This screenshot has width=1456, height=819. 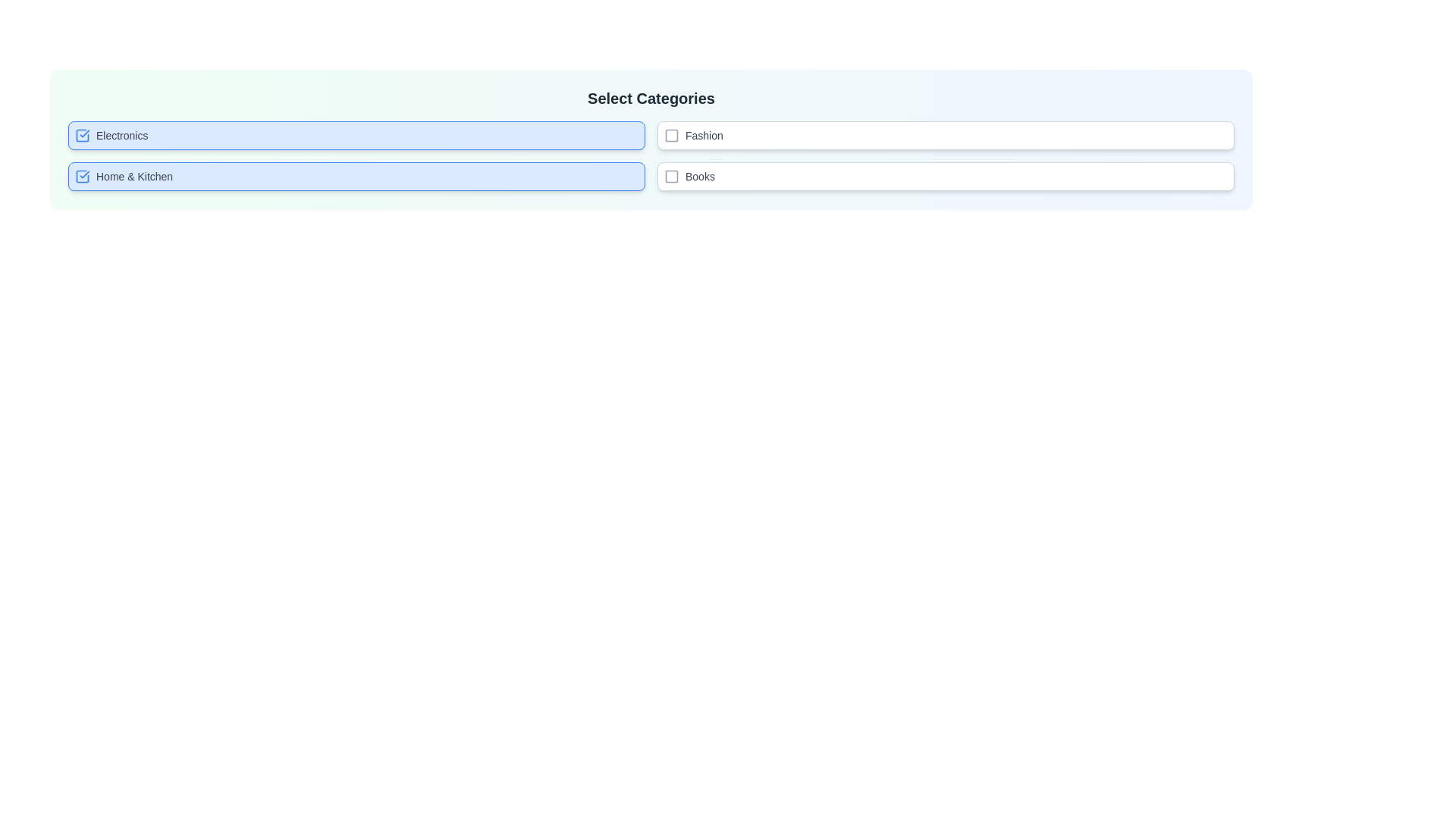 I want to click on the 'Electronics' category button, the leftmost button in the upper row of the category options grid, to trigger hover effects, so click(x=356, y=134).